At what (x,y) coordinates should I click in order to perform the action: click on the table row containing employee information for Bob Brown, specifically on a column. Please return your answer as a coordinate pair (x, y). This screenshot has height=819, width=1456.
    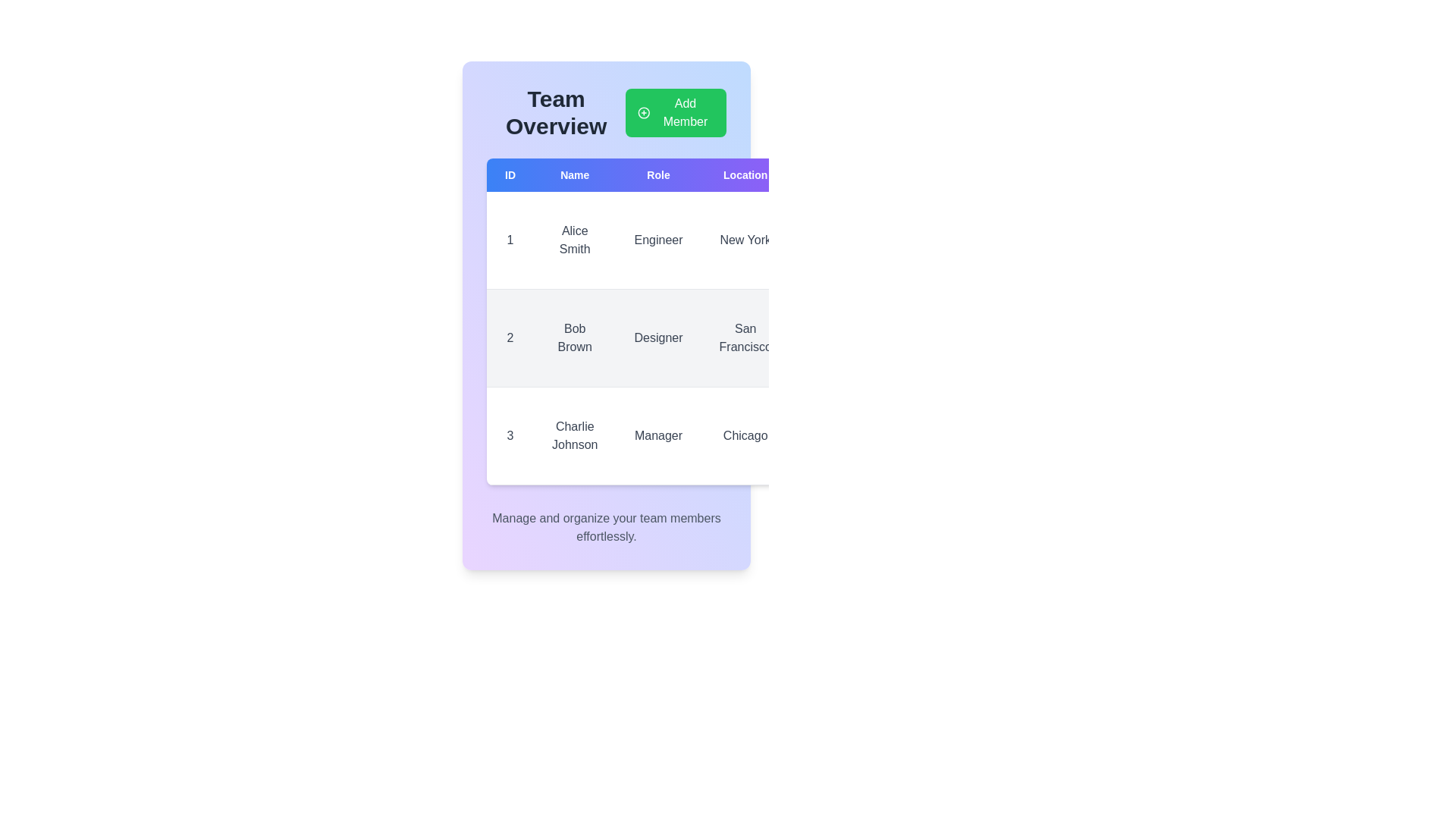
    Looking at the image, I should click on (675, 337).